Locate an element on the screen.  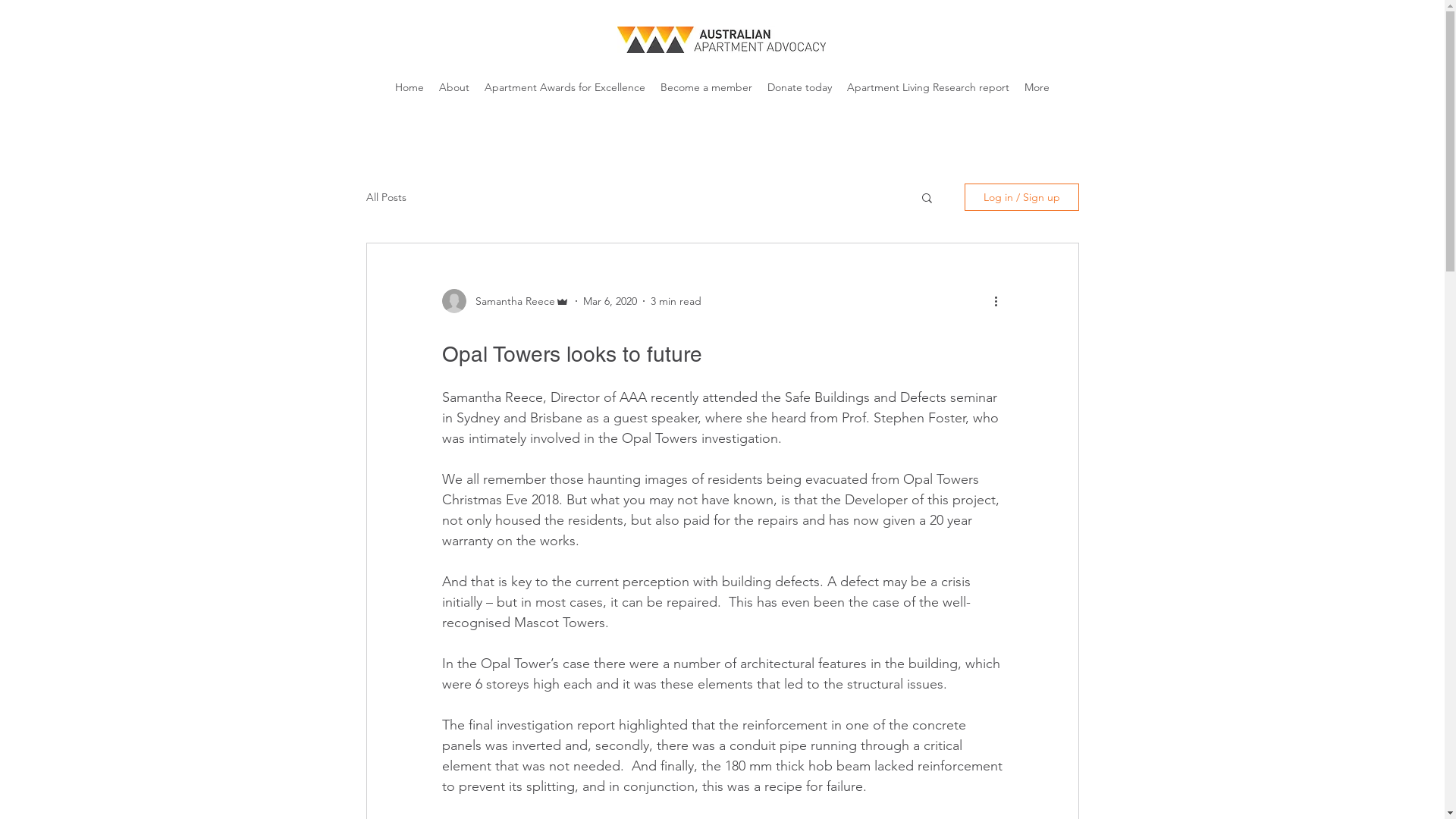
'Apartment Awards for Excellence' is located at coordinates (563, 87).